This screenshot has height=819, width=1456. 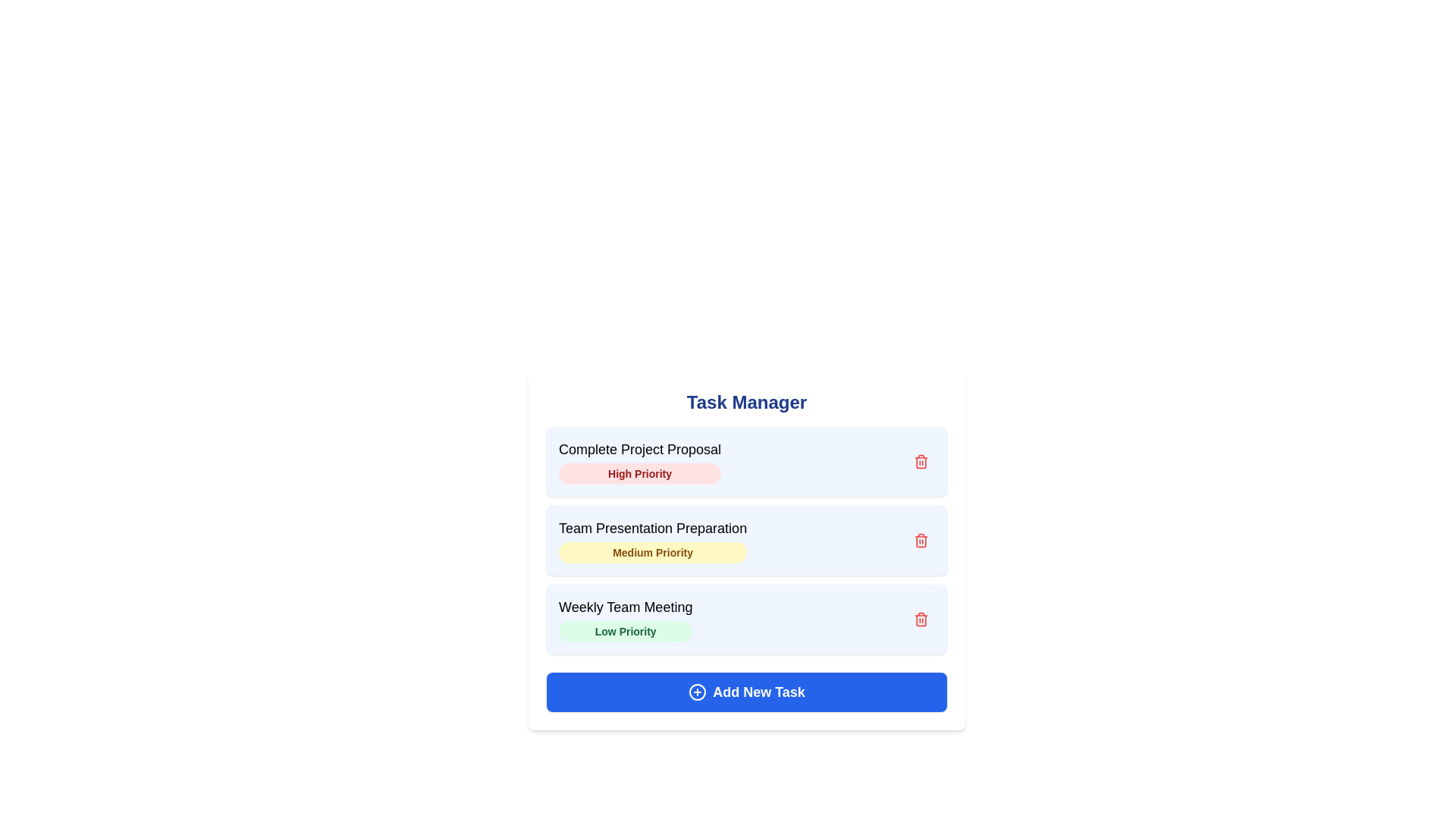 I want to click on the 'Add New Task' button to initiate the task addition process, so click(x=746, y=692).